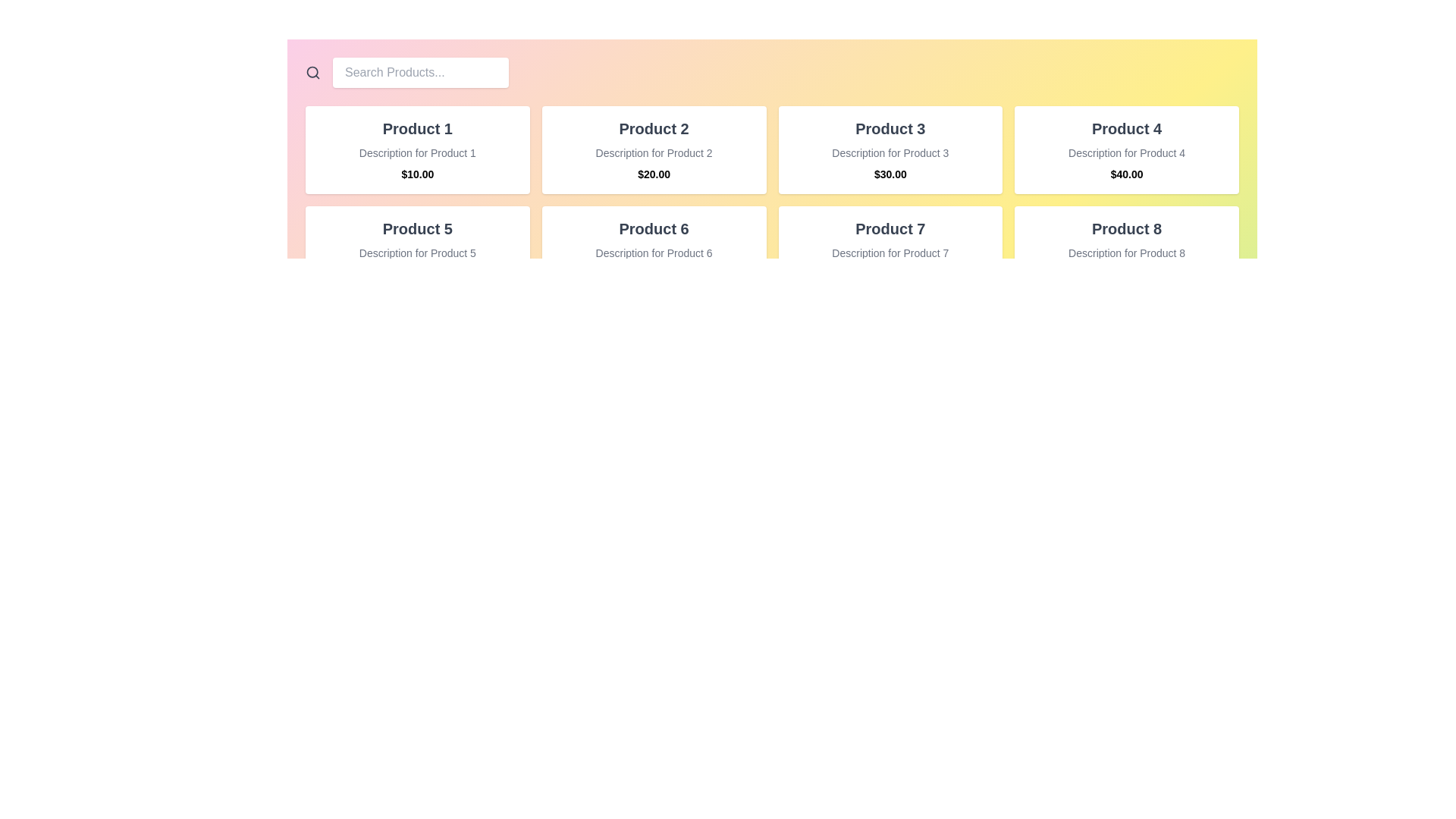 This screenshot has width=1456, height=819. Describe the element at coordinates (1127, 228) in the screenshot. I see `the text label that serves as the title for 'Product 8', which is located at the top of the product card in the second row and last column of the grid view` at that location.